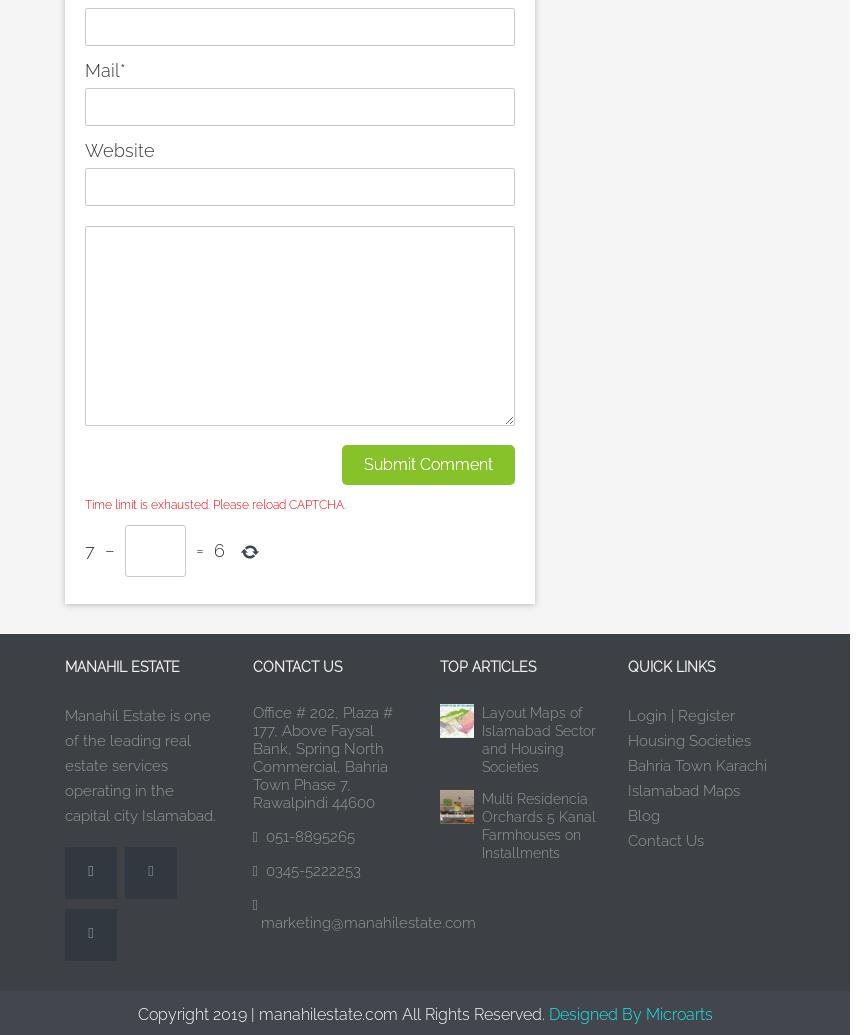 This screenshot has height=1035, width=865. I want to click on 'Copyright 2019 | manahilestate.com All Rights Reserved.', so click(342, 1013).